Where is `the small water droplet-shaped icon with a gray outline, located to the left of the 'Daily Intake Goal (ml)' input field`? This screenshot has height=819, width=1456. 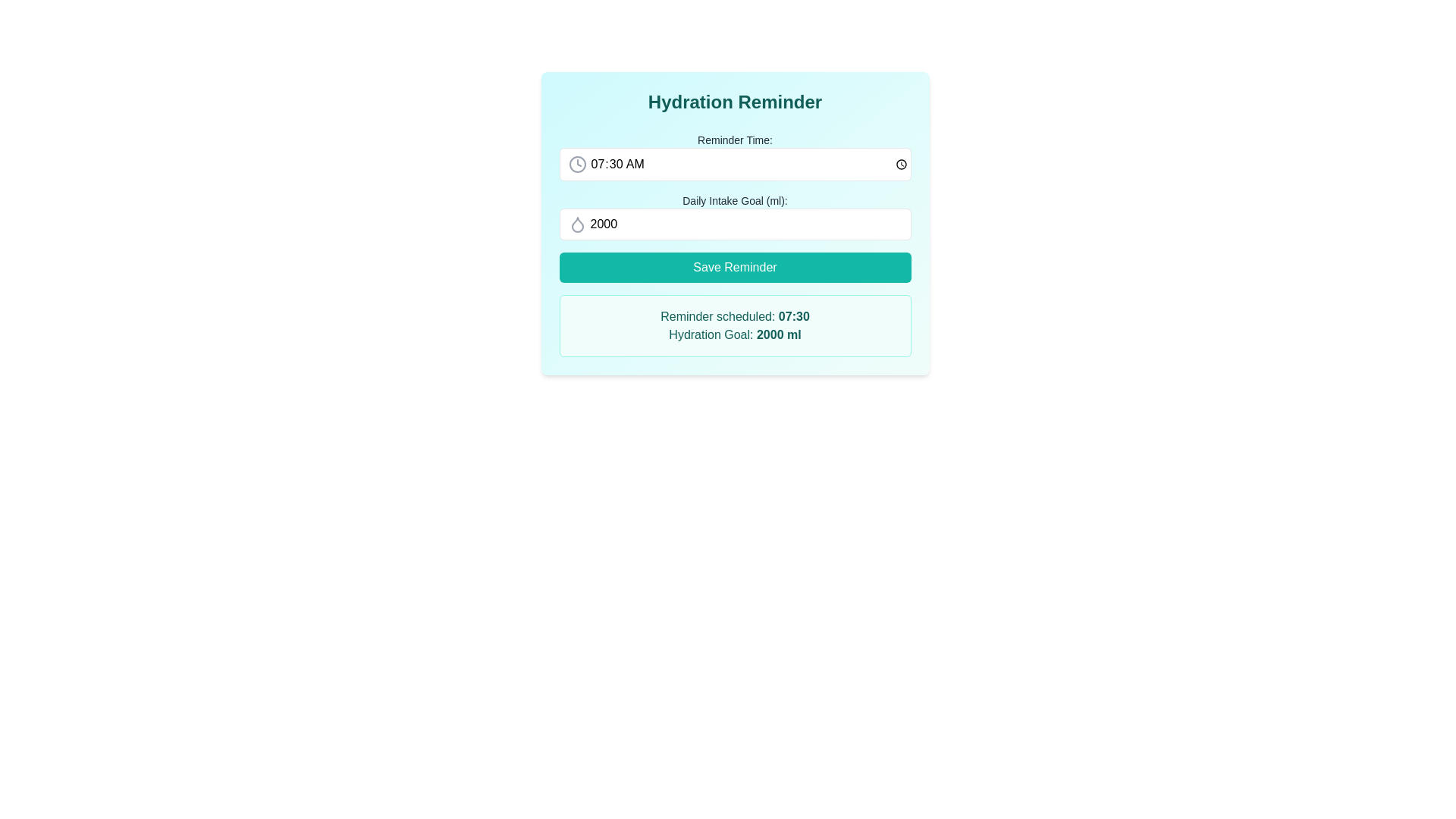 the small water droplet-shaped icon with a gray outline, located to the left of the 'Daily Intake Goal (ml)' input field is located at coordinates (576, 224).